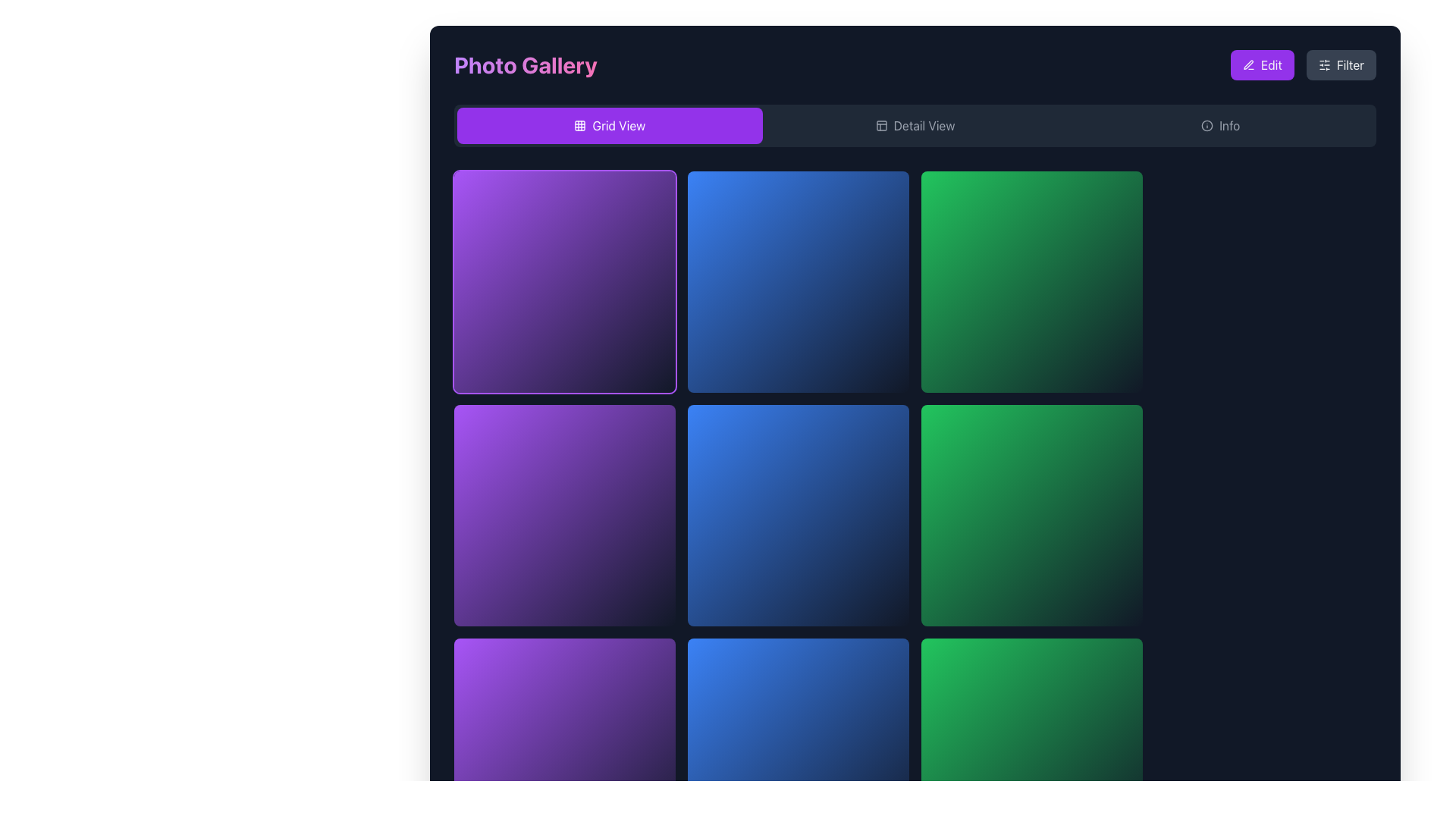 This screenshot has height=819, width=1456. What do you see at coordinates (563, 281) in the screenshot?
I see `the top-left card element in the 4-column grid layout, located immediately to the right of the 'Photo Gallery' title` at bounding box center [563, 281].